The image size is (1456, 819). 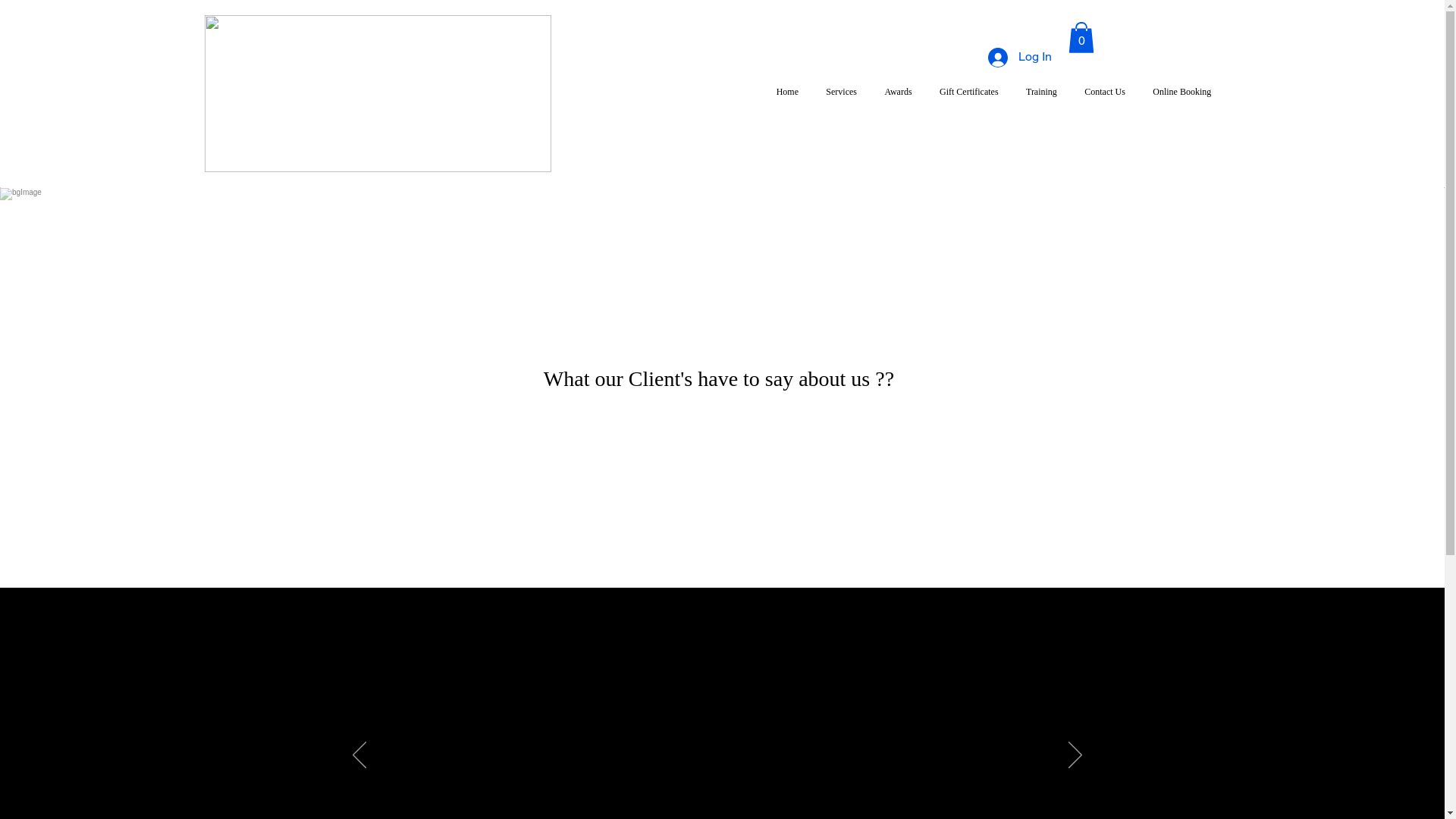 What do you see at coordinates (1040, 91) in the screenshot?
I see `'Training'` at bounding box center [1040, 91].